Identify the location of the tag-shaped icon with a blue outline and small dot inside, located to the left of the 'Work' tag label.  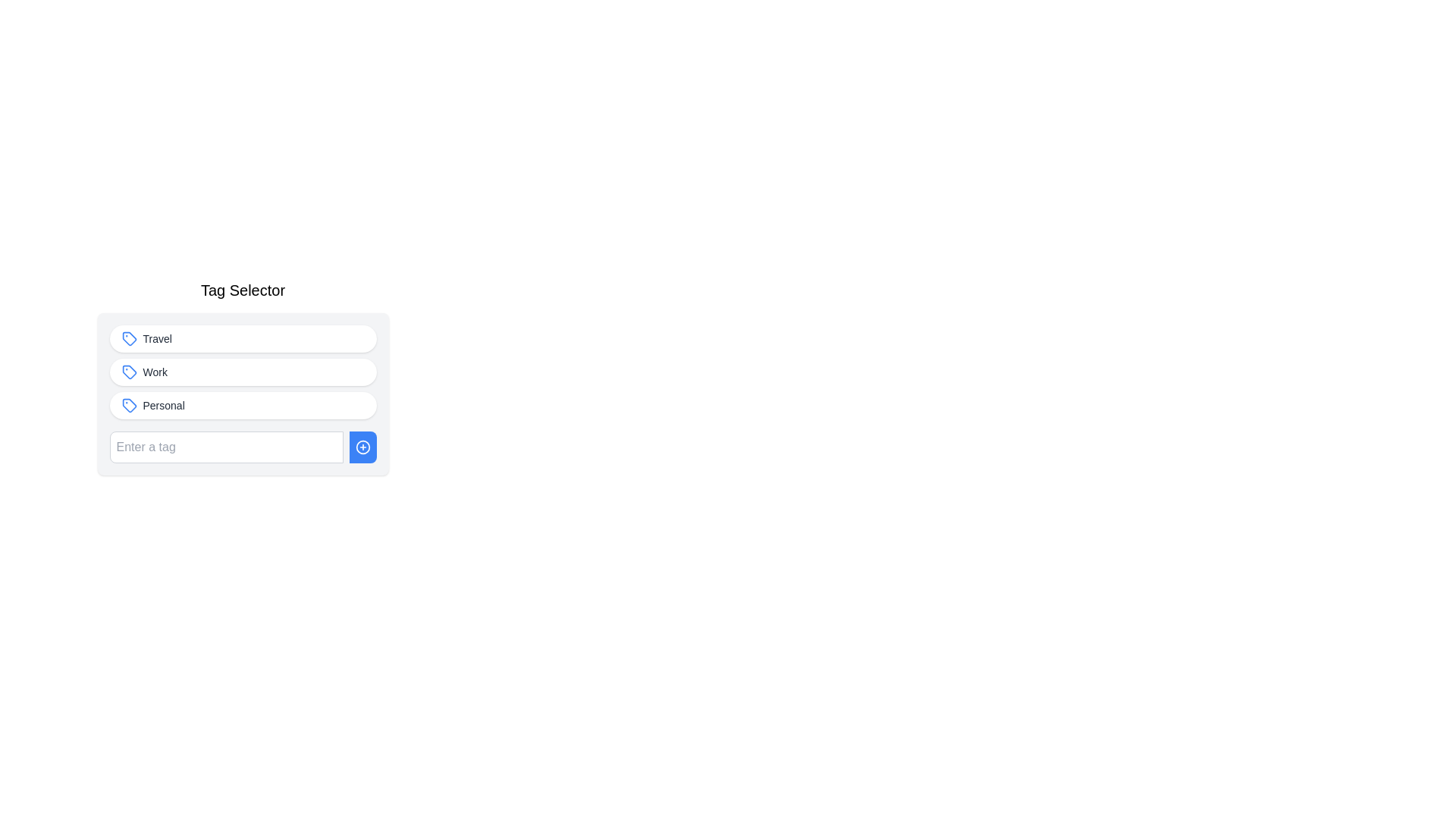
(129, 372).